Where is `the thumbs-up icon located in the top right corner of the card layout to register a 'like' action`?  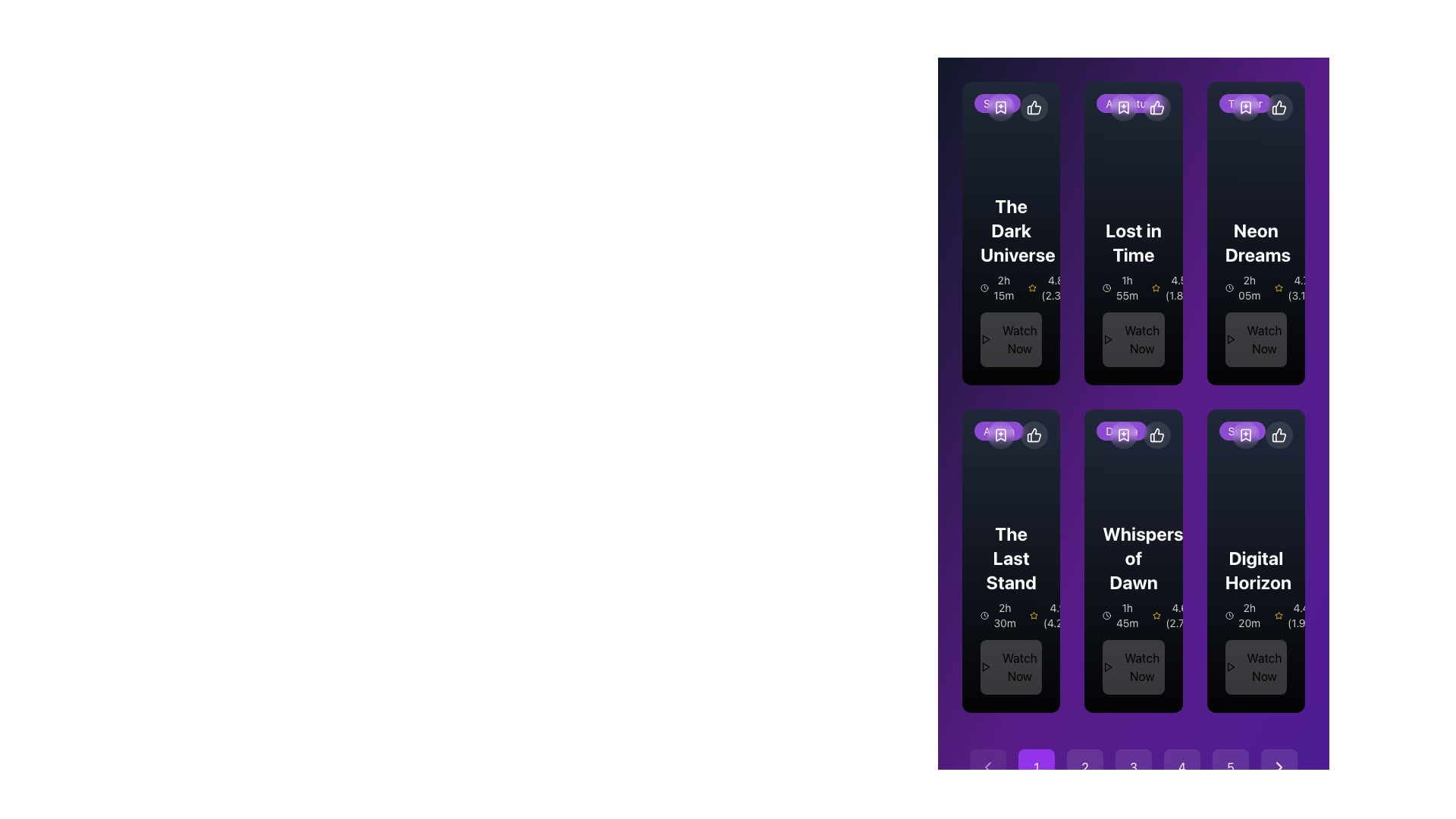
the thumbs-up icon located in the top right corner of the card layout to register a 'like' action is located at coordinates (1156, 435).